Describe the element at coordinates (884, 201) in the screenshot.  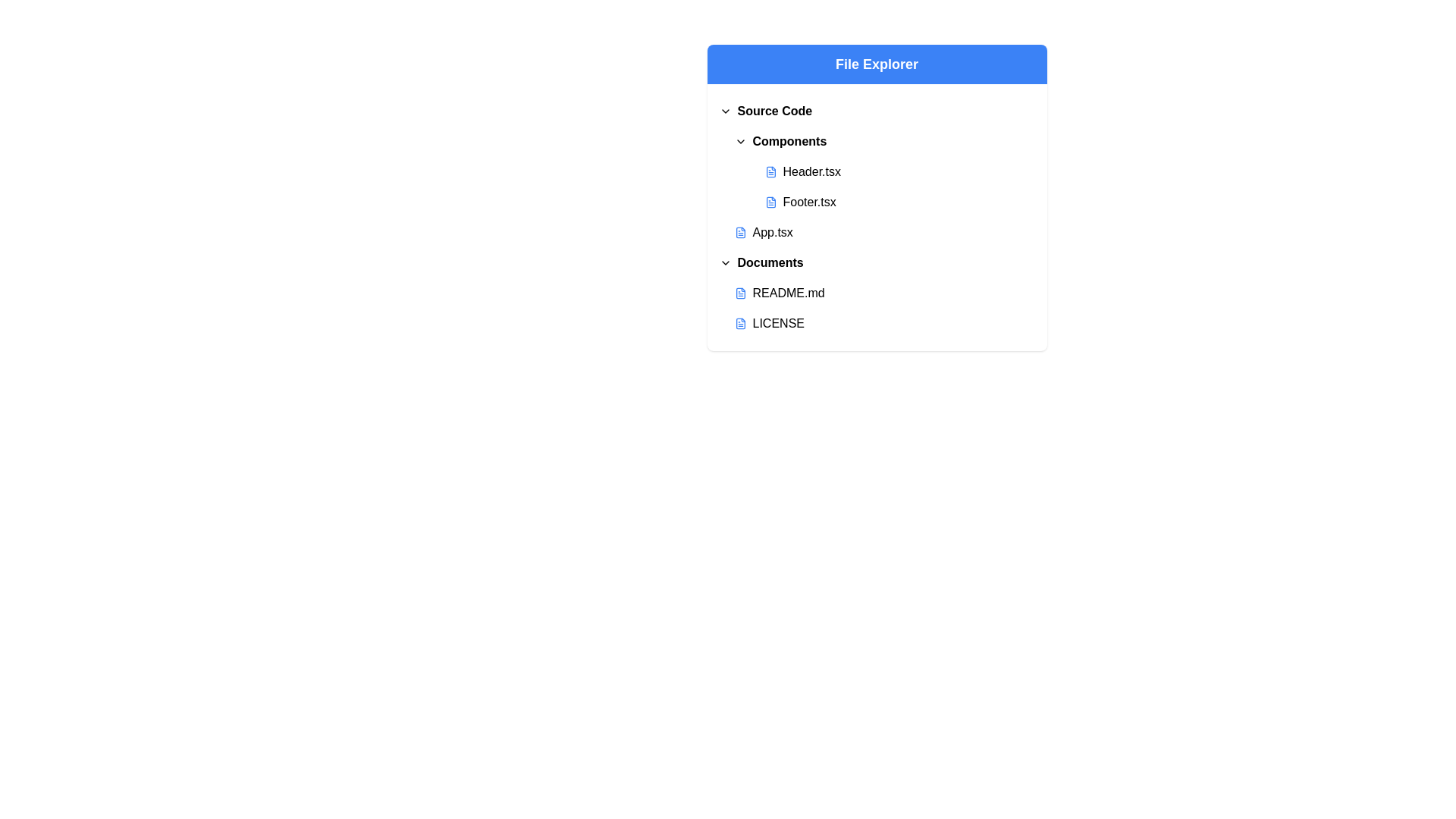
I see `the 'Footer.tsx' file item node` at that location.